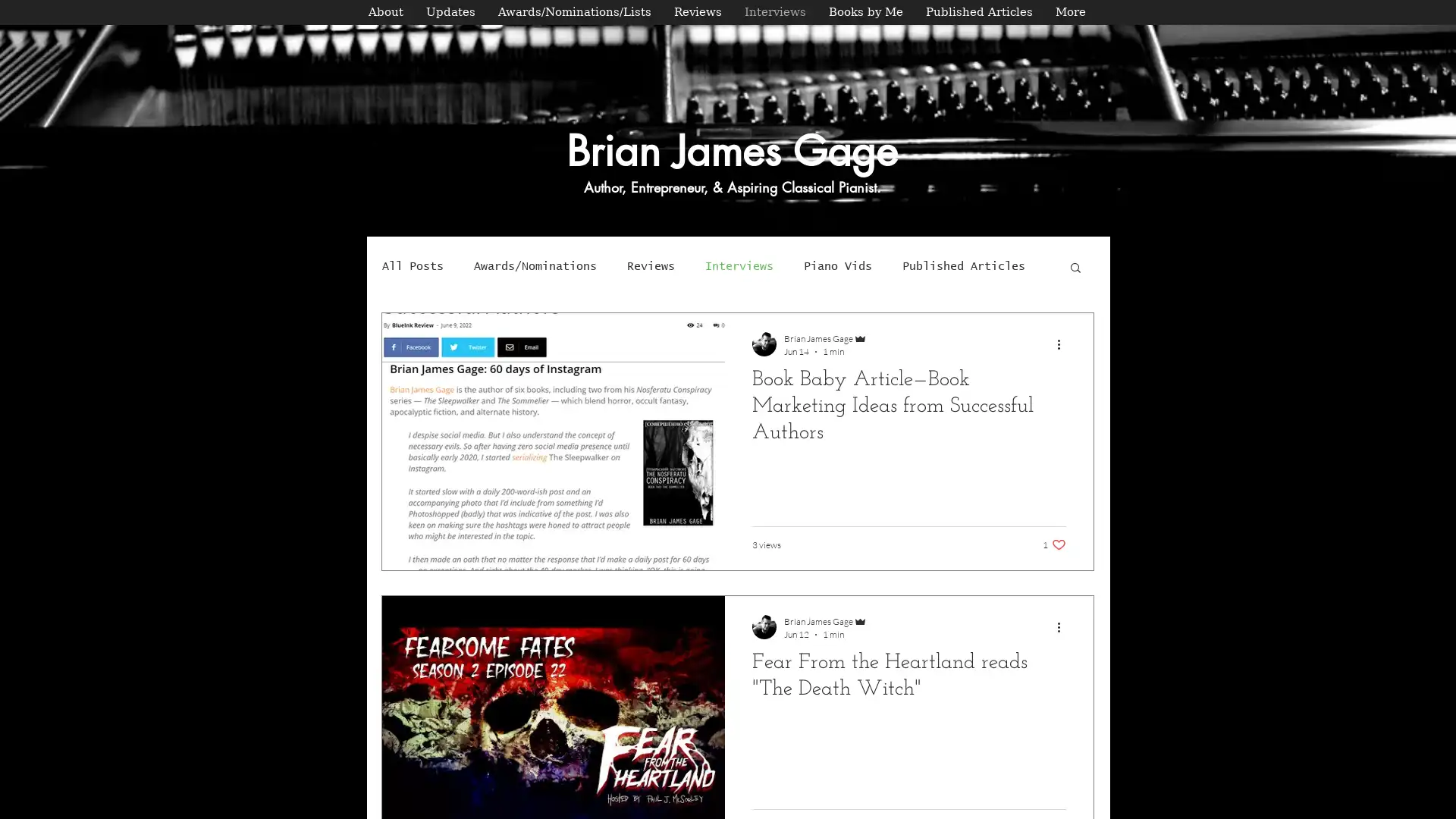 Image resolution: width=1456 pixels, height=819 pixels. Describe the element at coordinates (836, 265) in the screenshot. I see `Piano Vids` at that location.